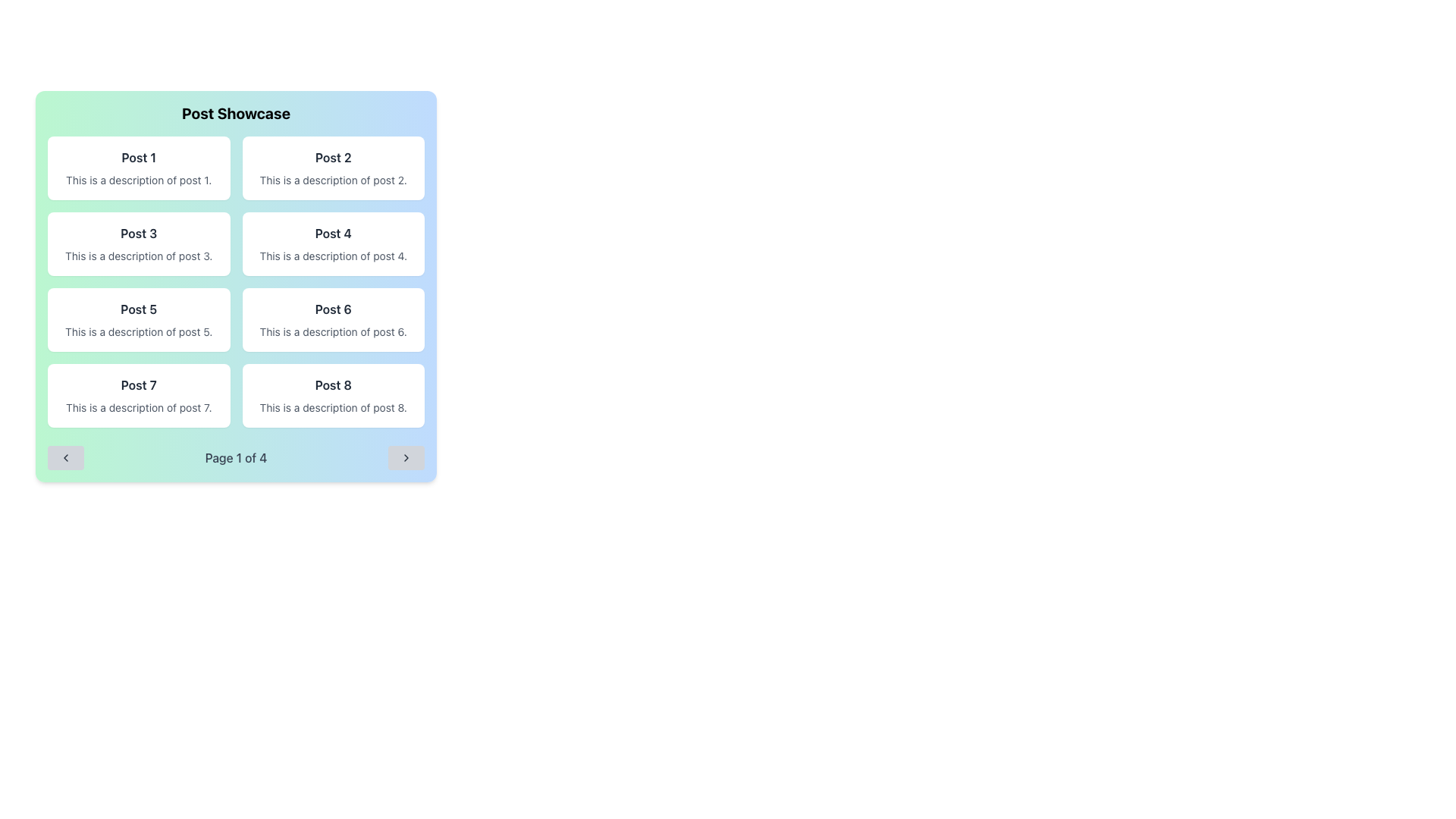  I want to click on text label displaying 'Post 2' located in the second card of the first row within the 'Post Showcase' section, so click(332, 158).